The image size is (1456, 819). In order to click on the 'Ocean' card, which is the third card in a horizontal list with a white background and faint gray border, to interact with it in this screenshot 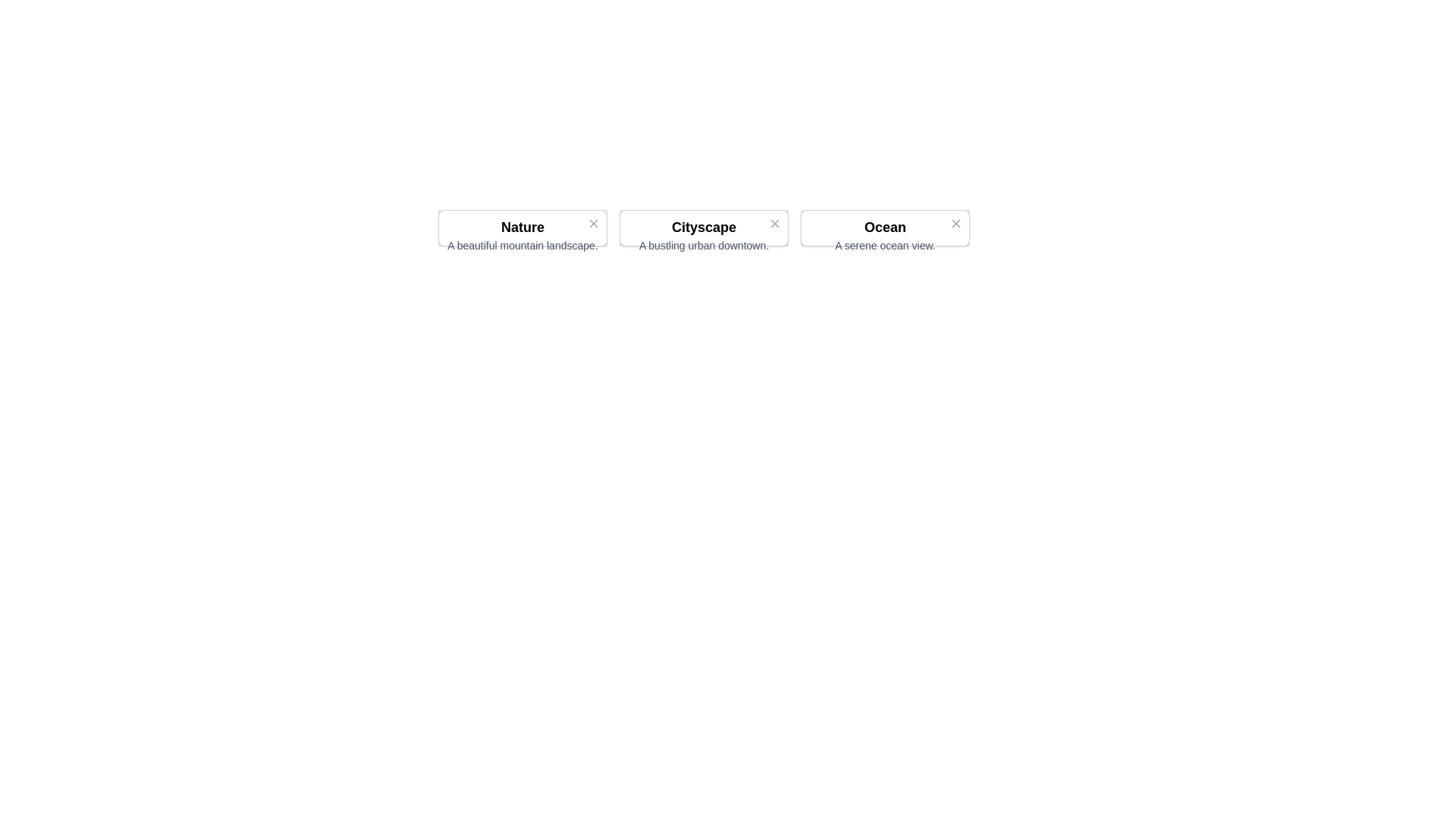, I will do `click(885, 227)`.